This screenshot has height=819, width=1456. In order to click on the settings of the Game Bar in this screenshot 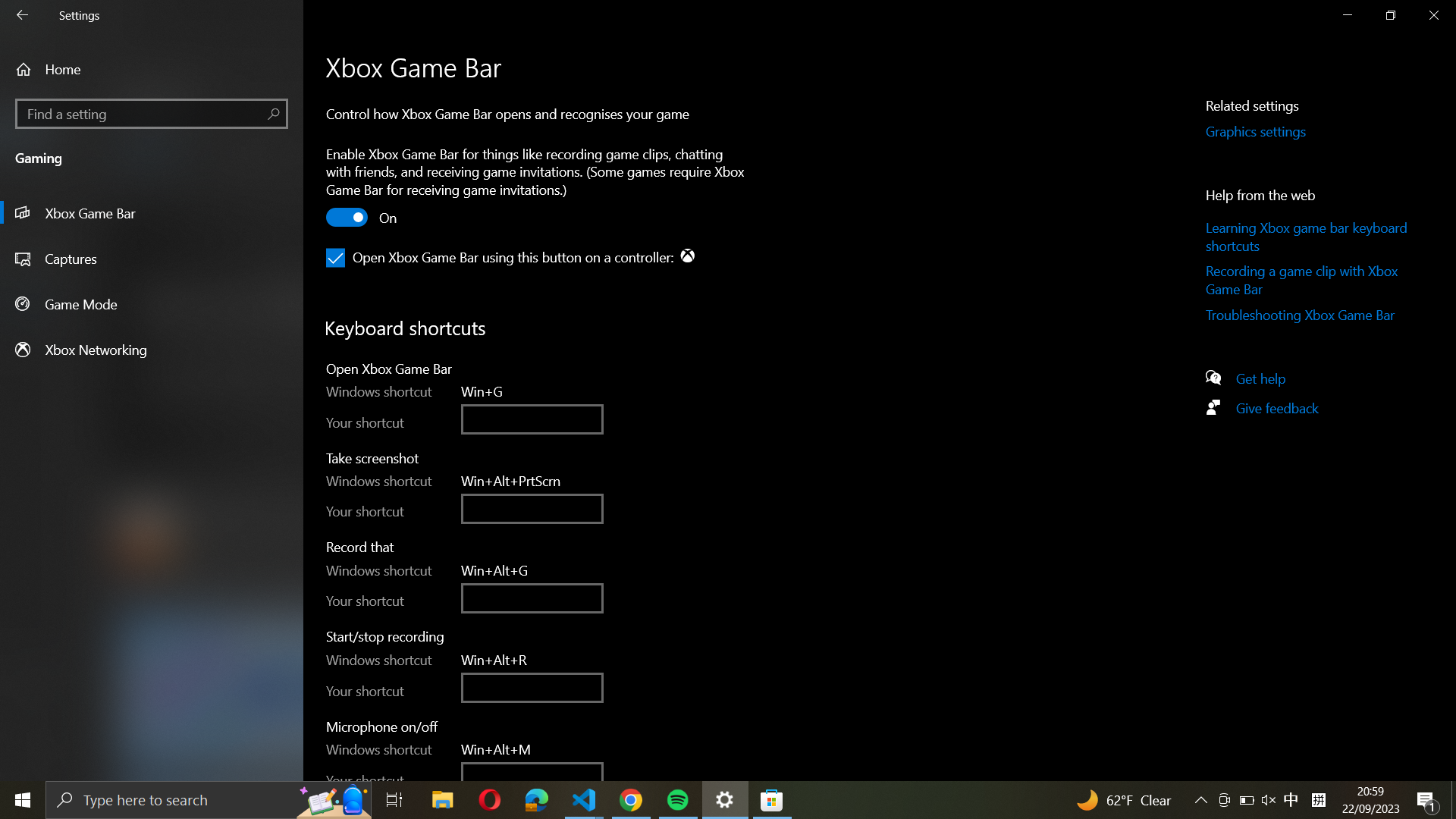, I will do `click(150, 213)`.